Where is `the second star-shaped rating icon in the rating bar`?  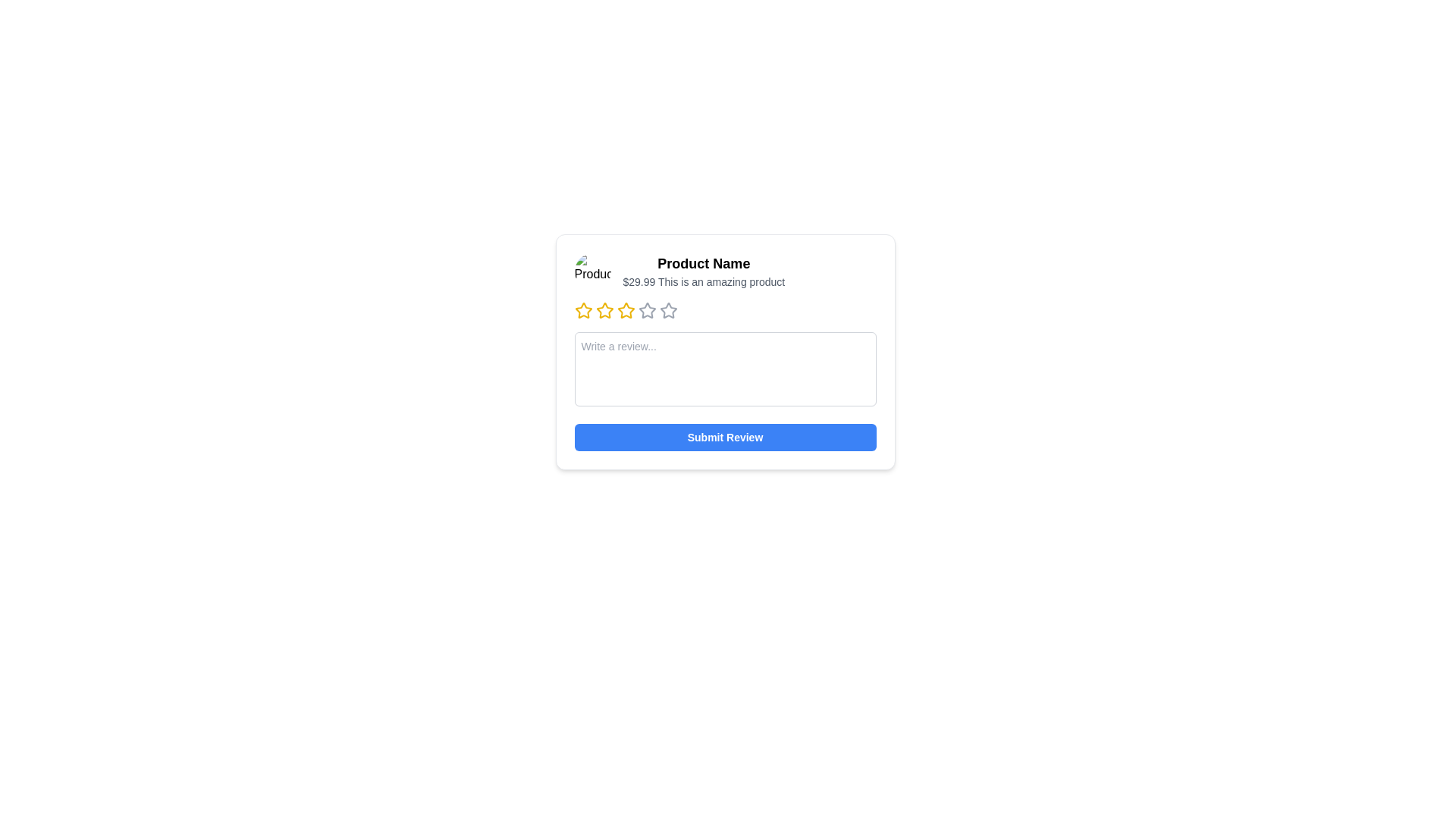 the second star-shaped rating icon in the rating bar is located at coordinates (604, 309).